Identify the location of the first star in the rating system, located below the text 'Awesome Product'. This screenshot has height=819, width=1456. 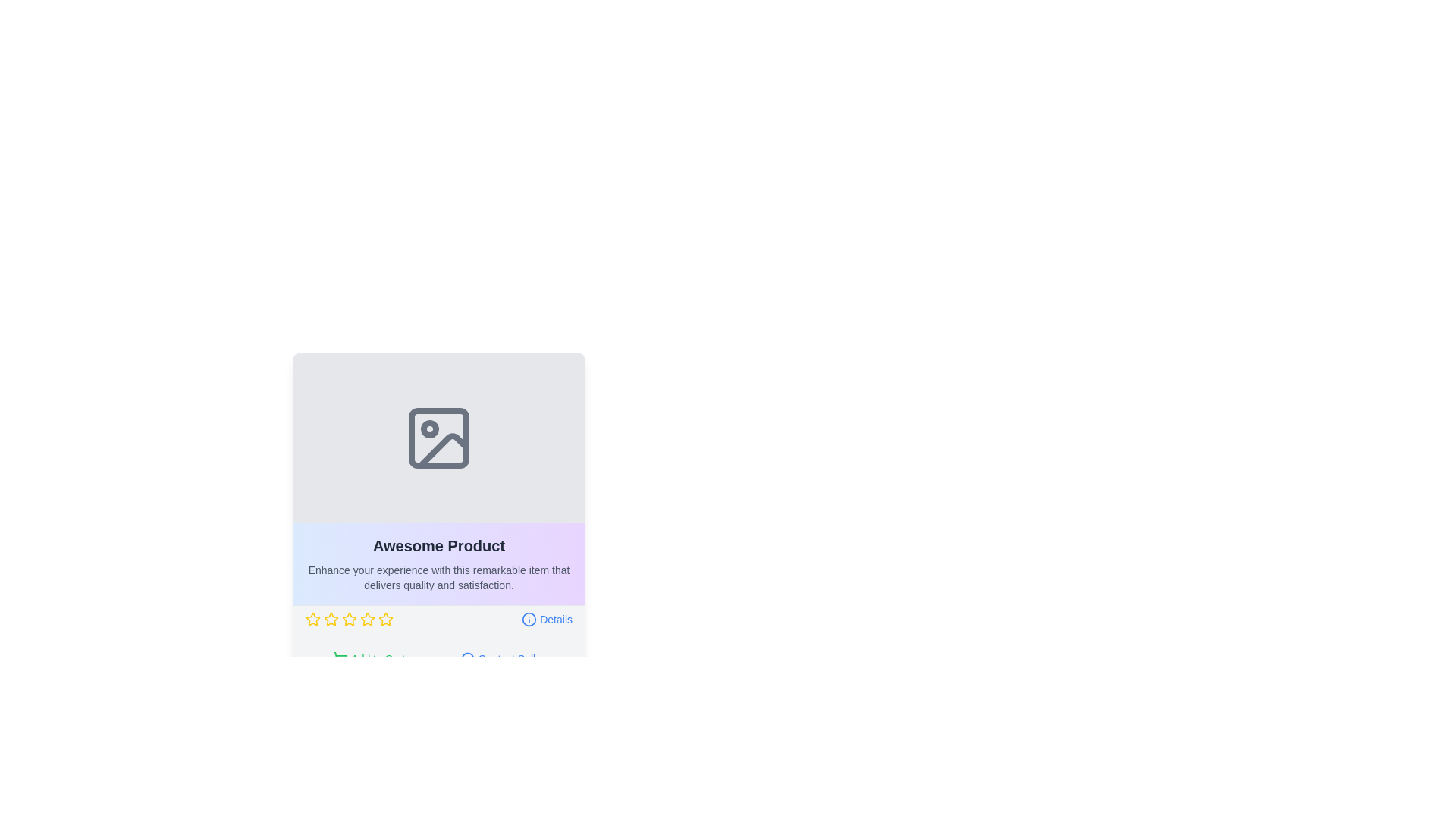
(330, 619).